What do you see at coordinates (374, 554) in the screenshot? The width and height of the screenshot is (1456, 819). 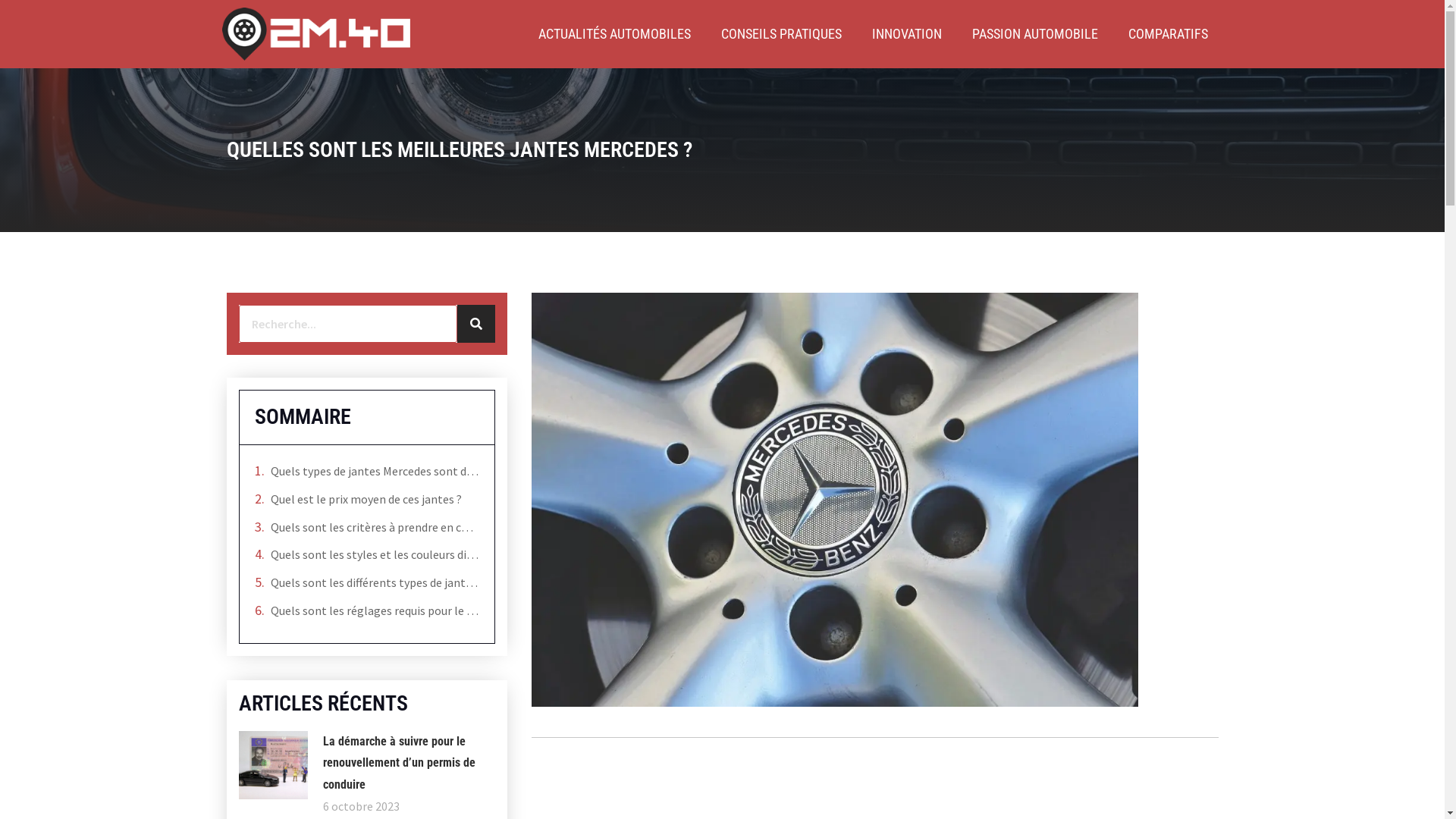 I see `'Quels sont les styles et les couleurs disponibles ?'` at bounding box center [374, 554].